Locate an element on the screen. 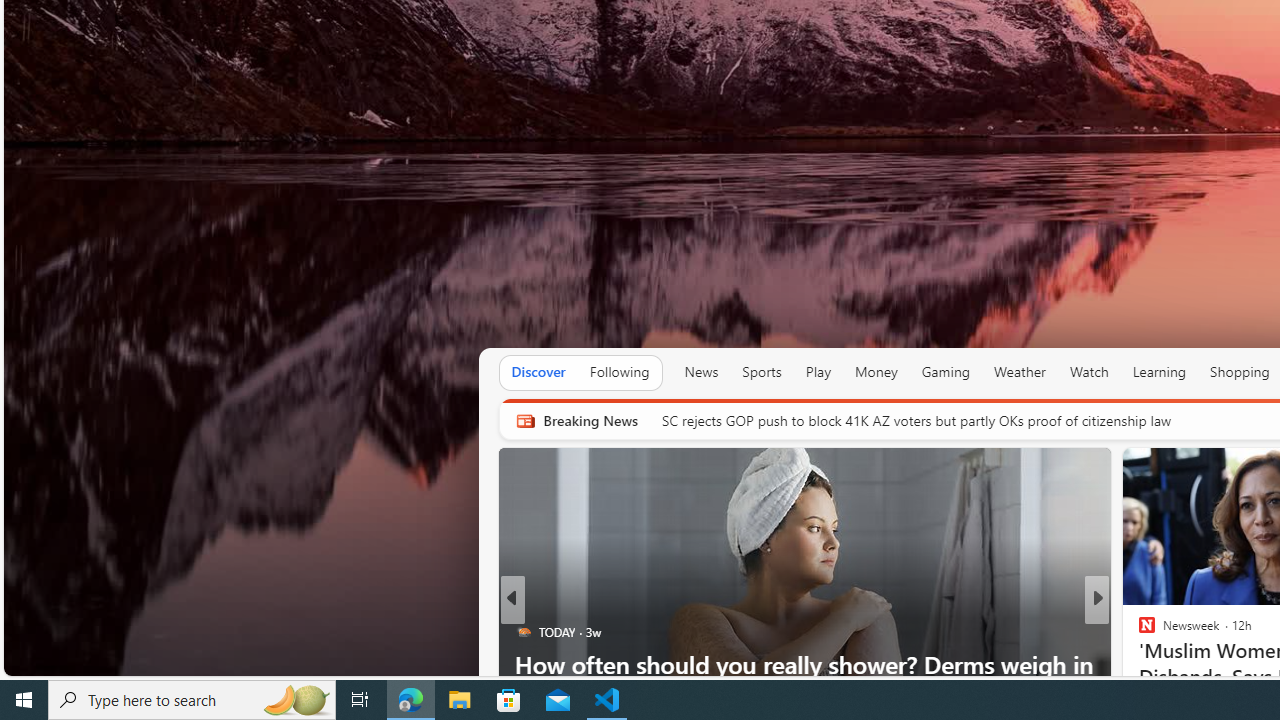 The image size is (1280, 720). 'The Takeout' is located at coordinates (1138, 632).